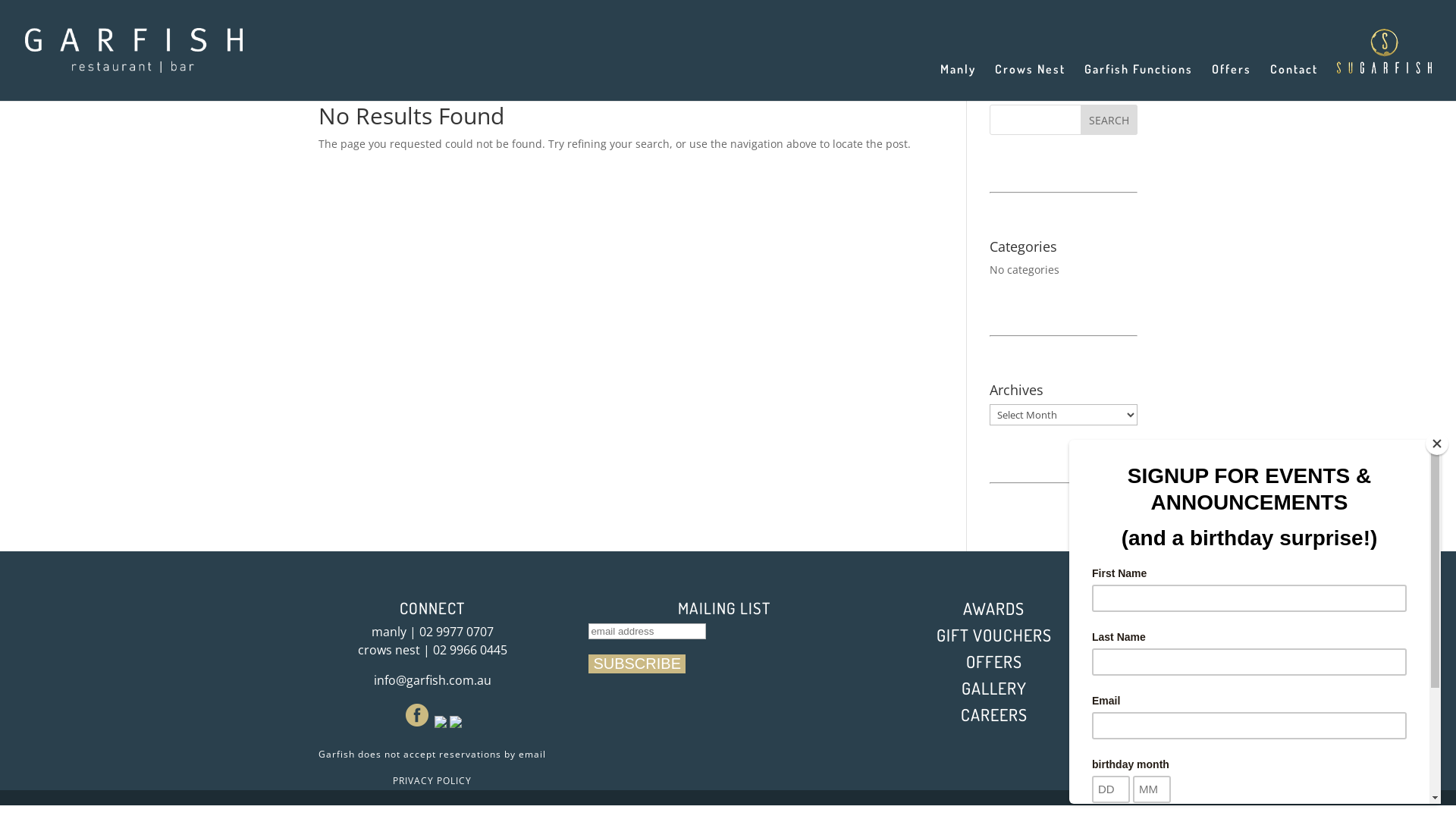 The image size is (1456, 819). I want to click on 'Search', so click(1080, 119).